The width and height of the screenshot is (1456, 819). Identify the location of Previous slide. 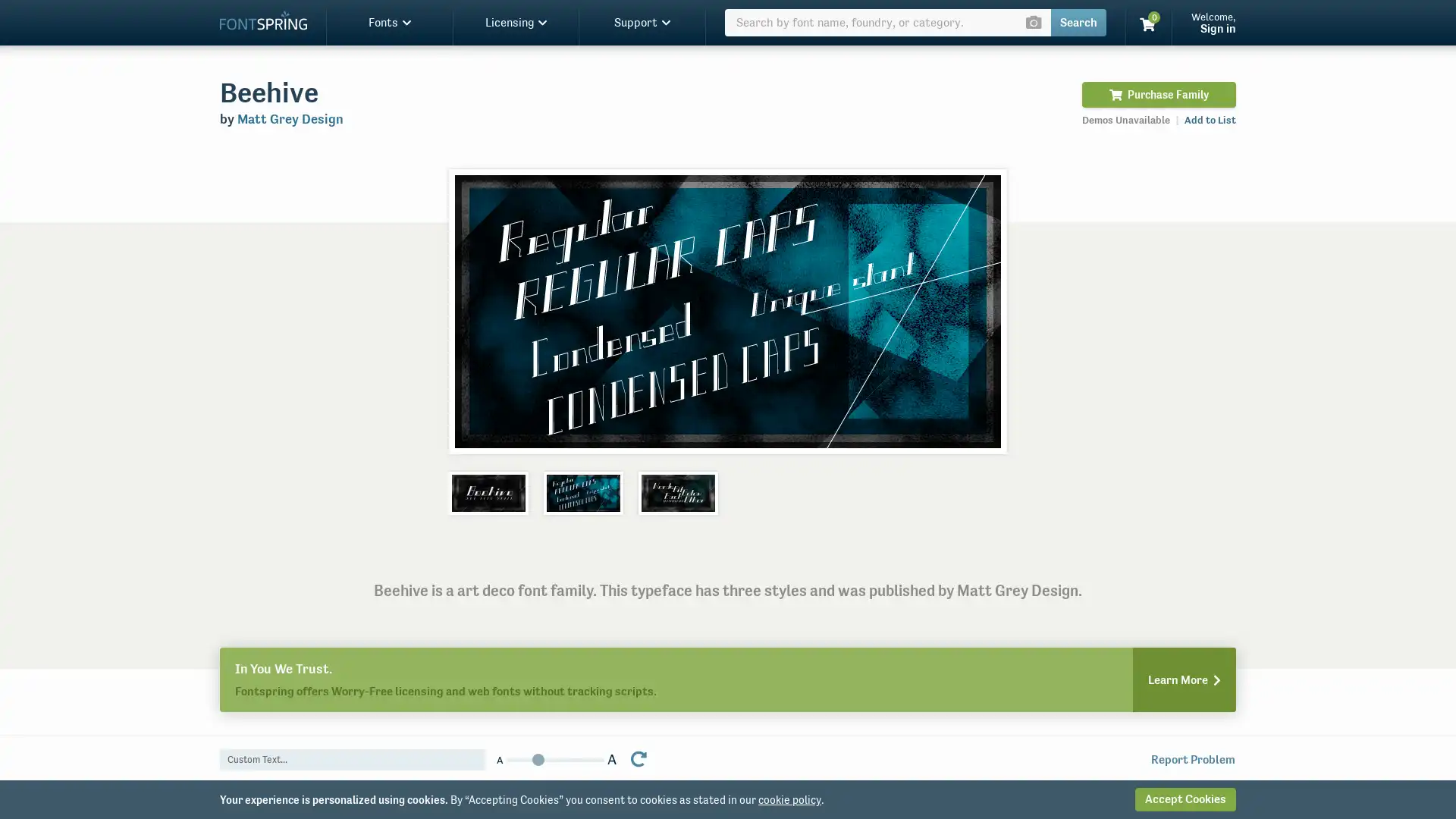
(475, 311).